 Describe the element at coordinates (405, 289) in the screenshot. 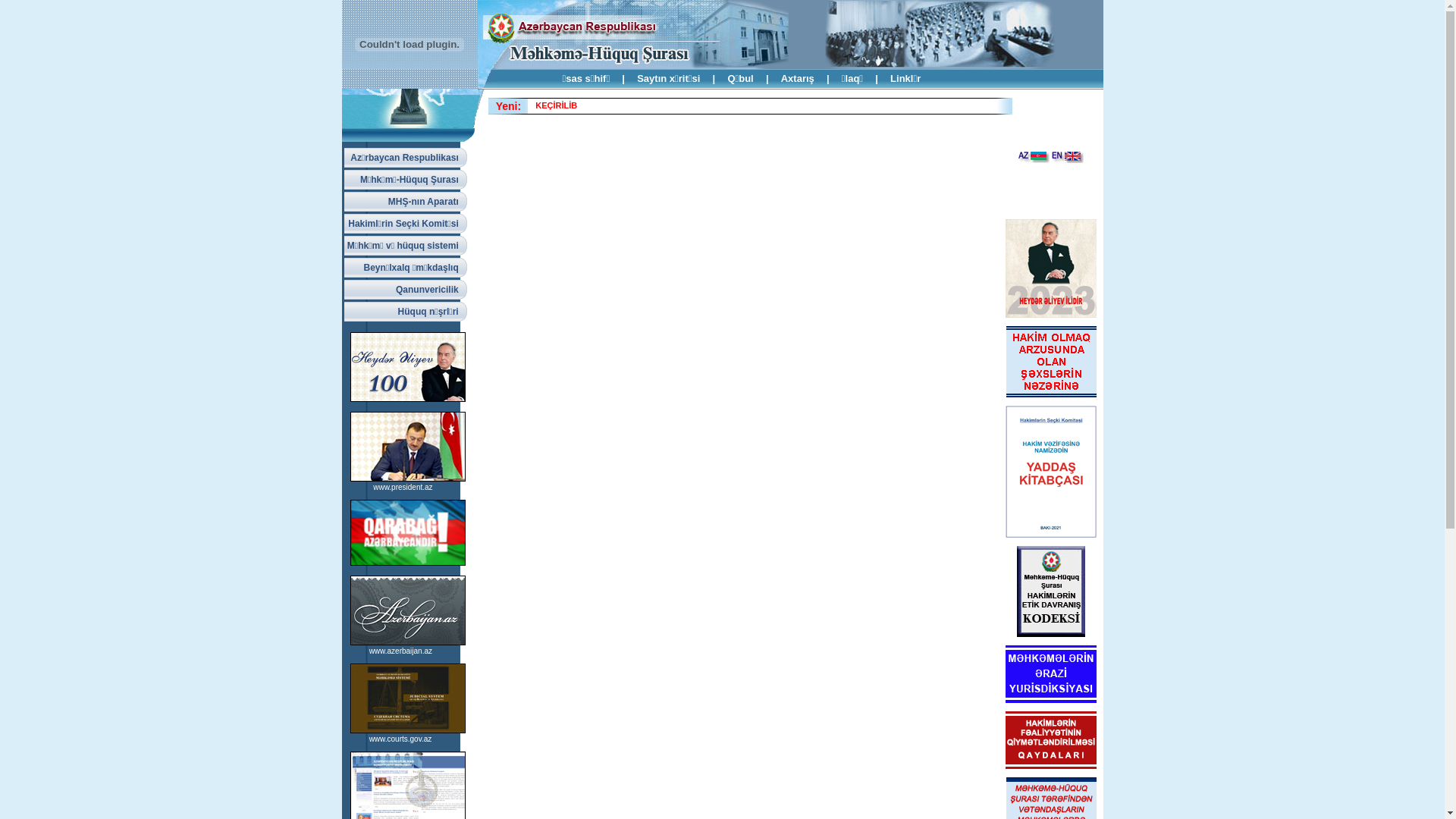

I see `'Qanunvericilik'` at that location.